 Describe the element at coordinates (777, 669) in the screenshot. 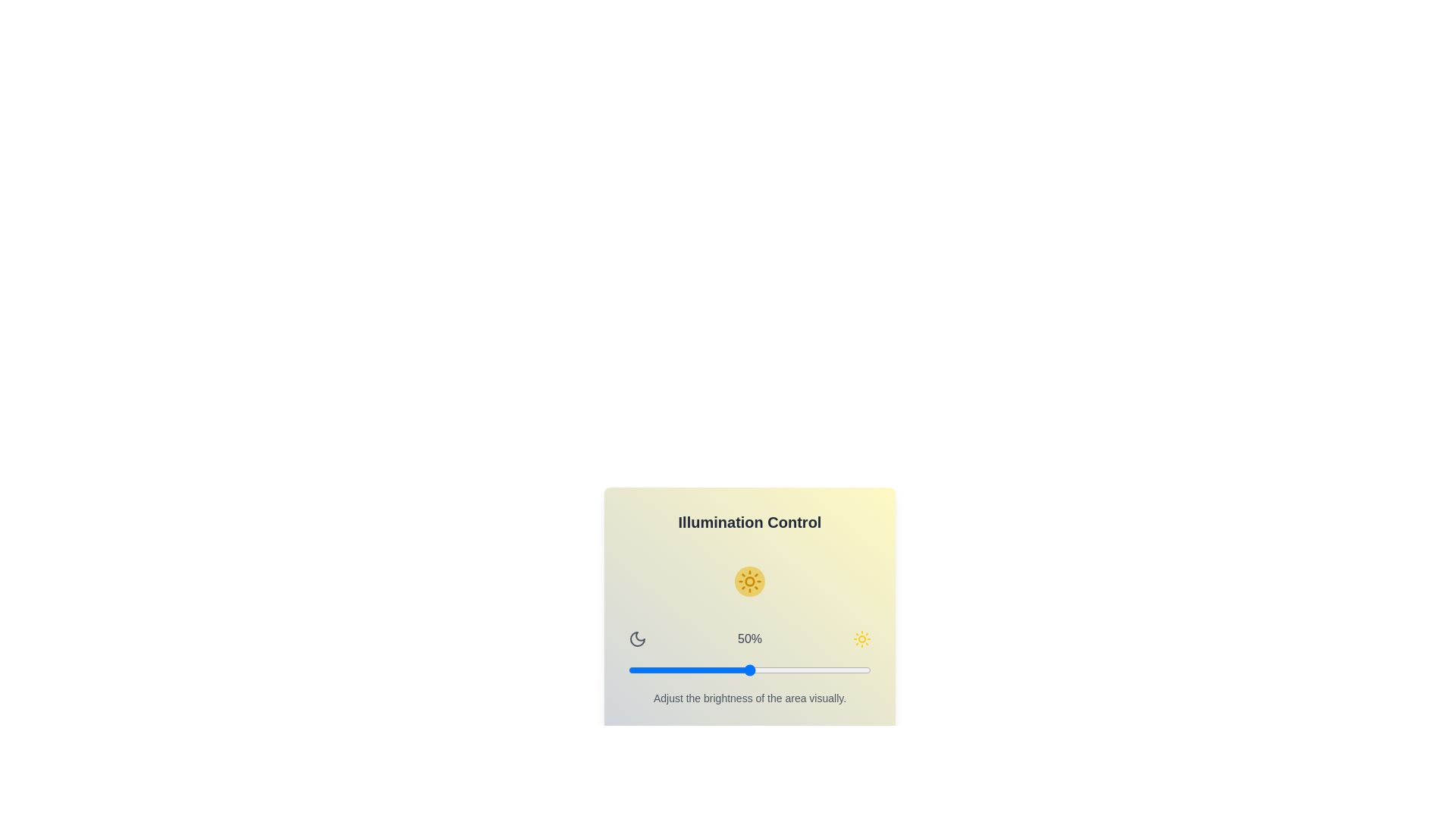

I see `the brightness slider to 61%` at that location.